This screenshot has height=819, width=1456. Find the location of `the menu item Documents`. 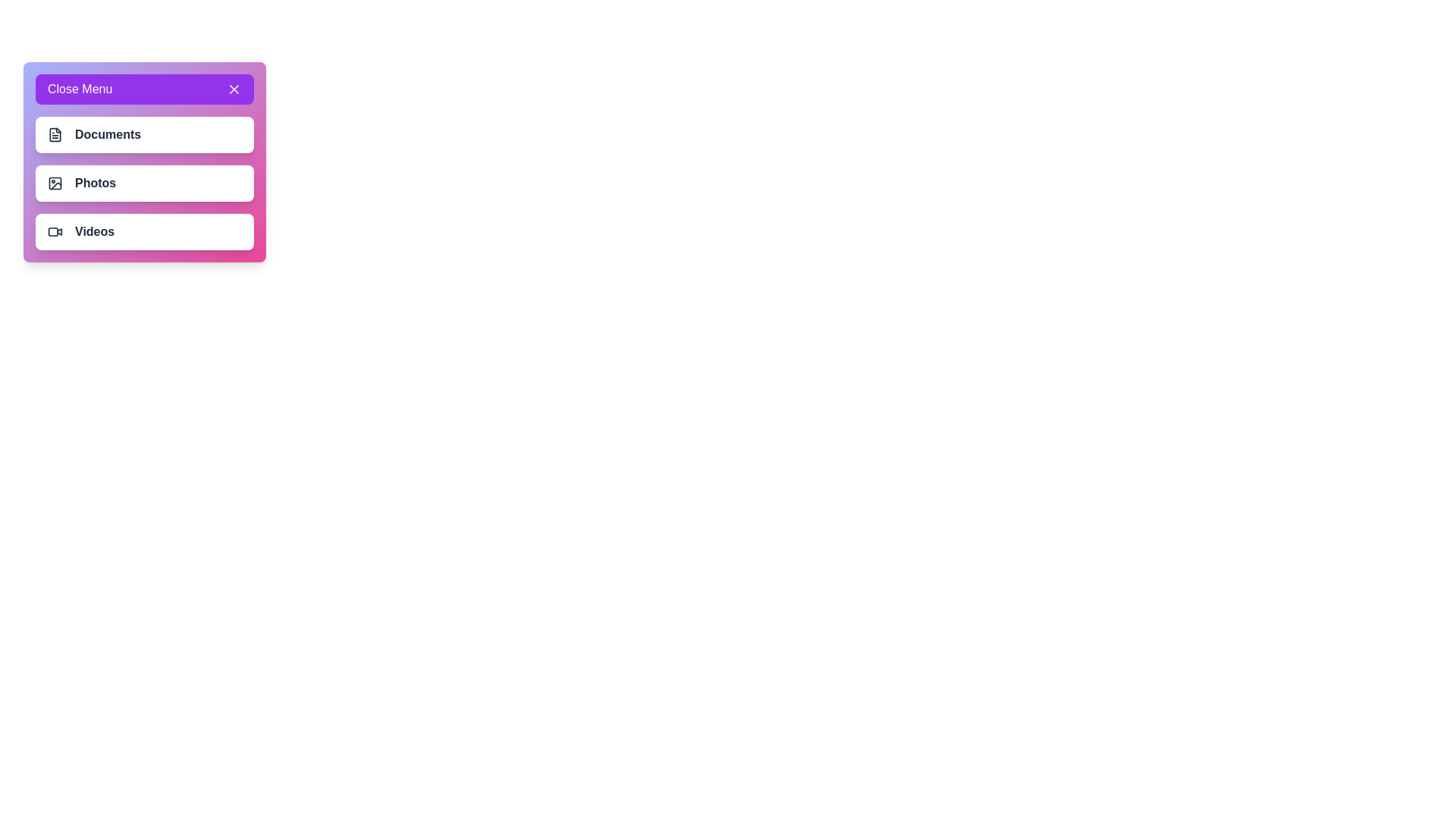

the menu item Documents is located at coordinates (55, 133).